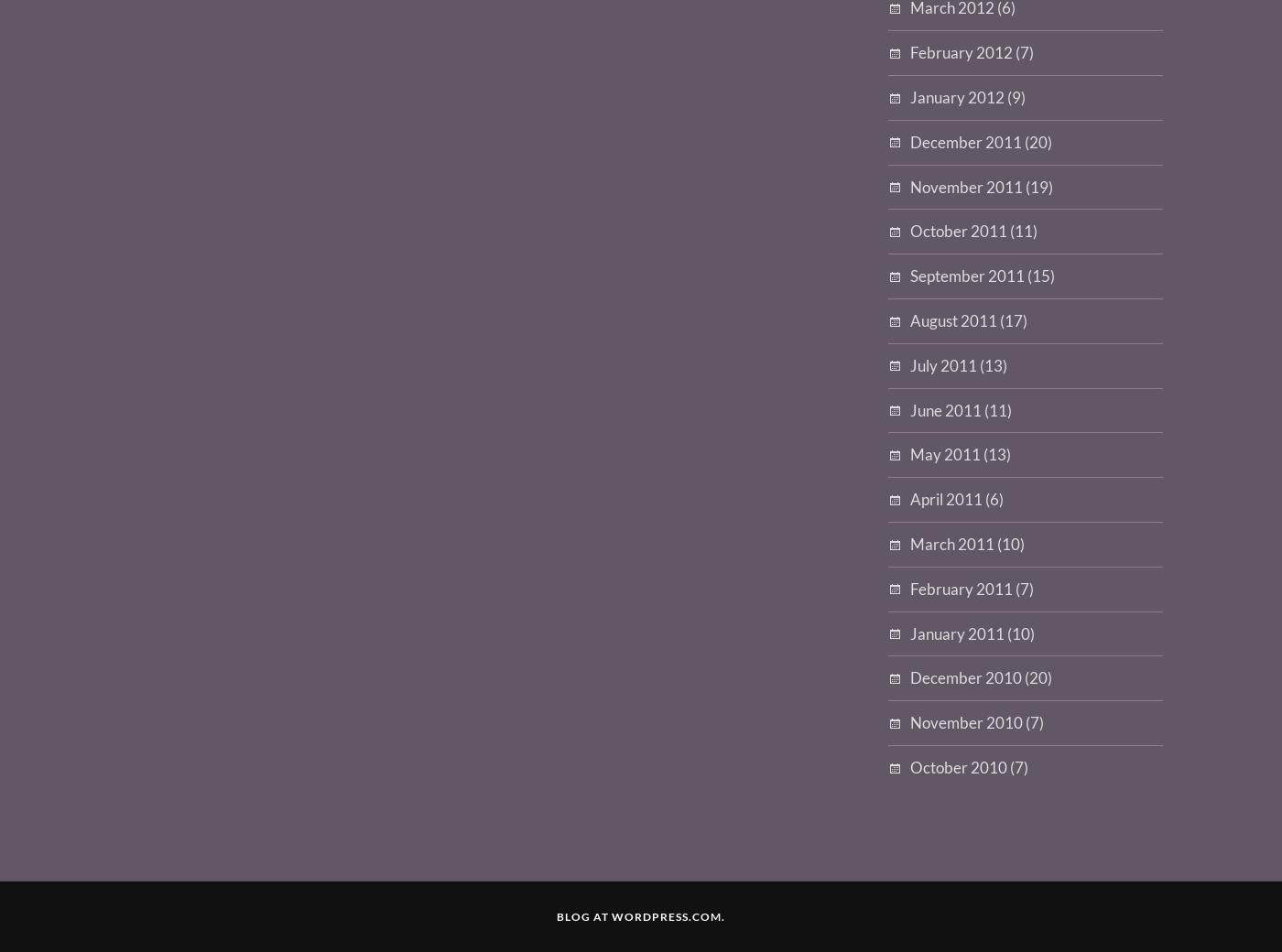 This screenshot has height=952, width=1282. I want to click on 'November 2011', so click(966, 186).